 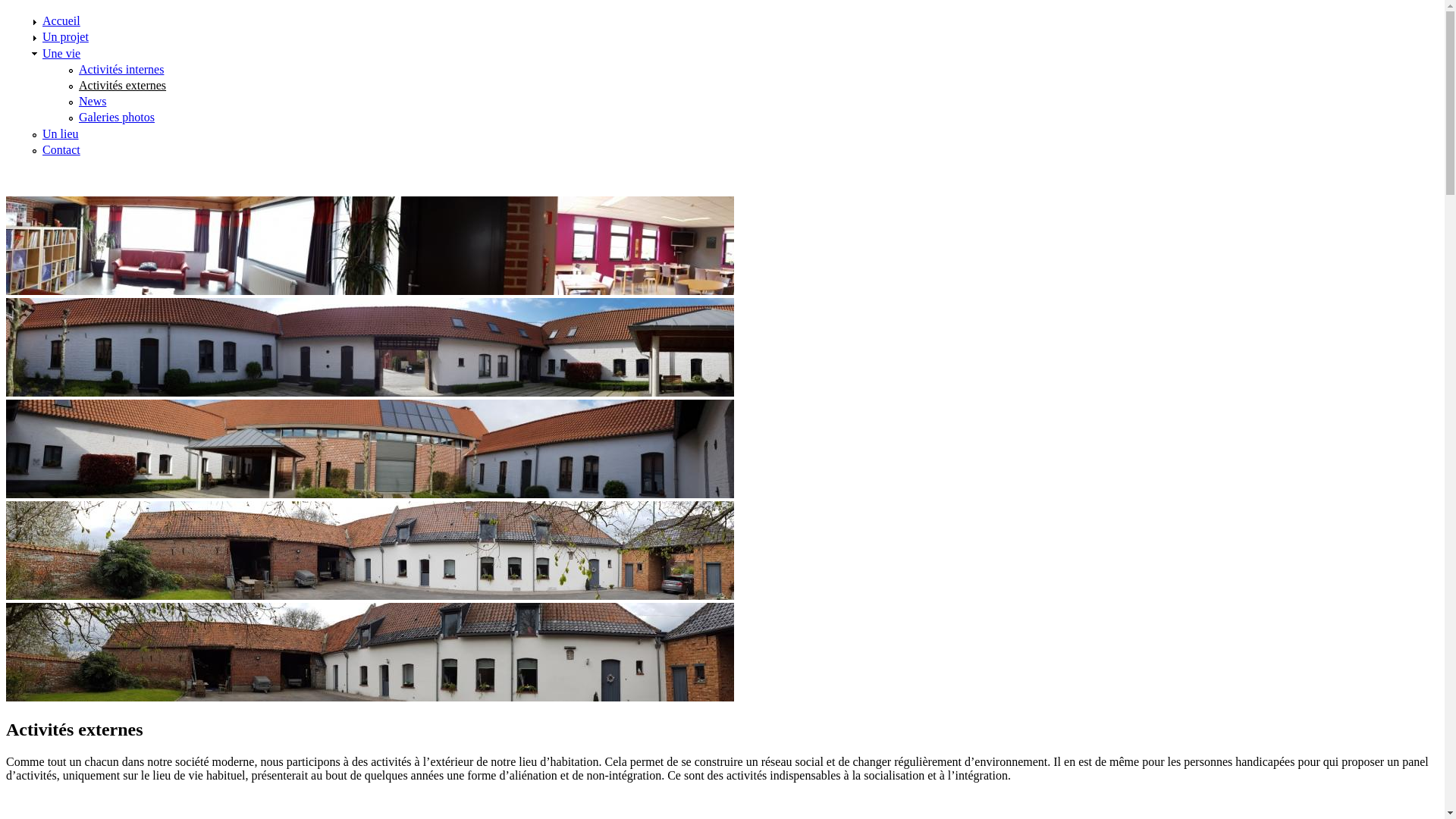 I want to click on 'Galeries photos', so click(x=115, y=116).